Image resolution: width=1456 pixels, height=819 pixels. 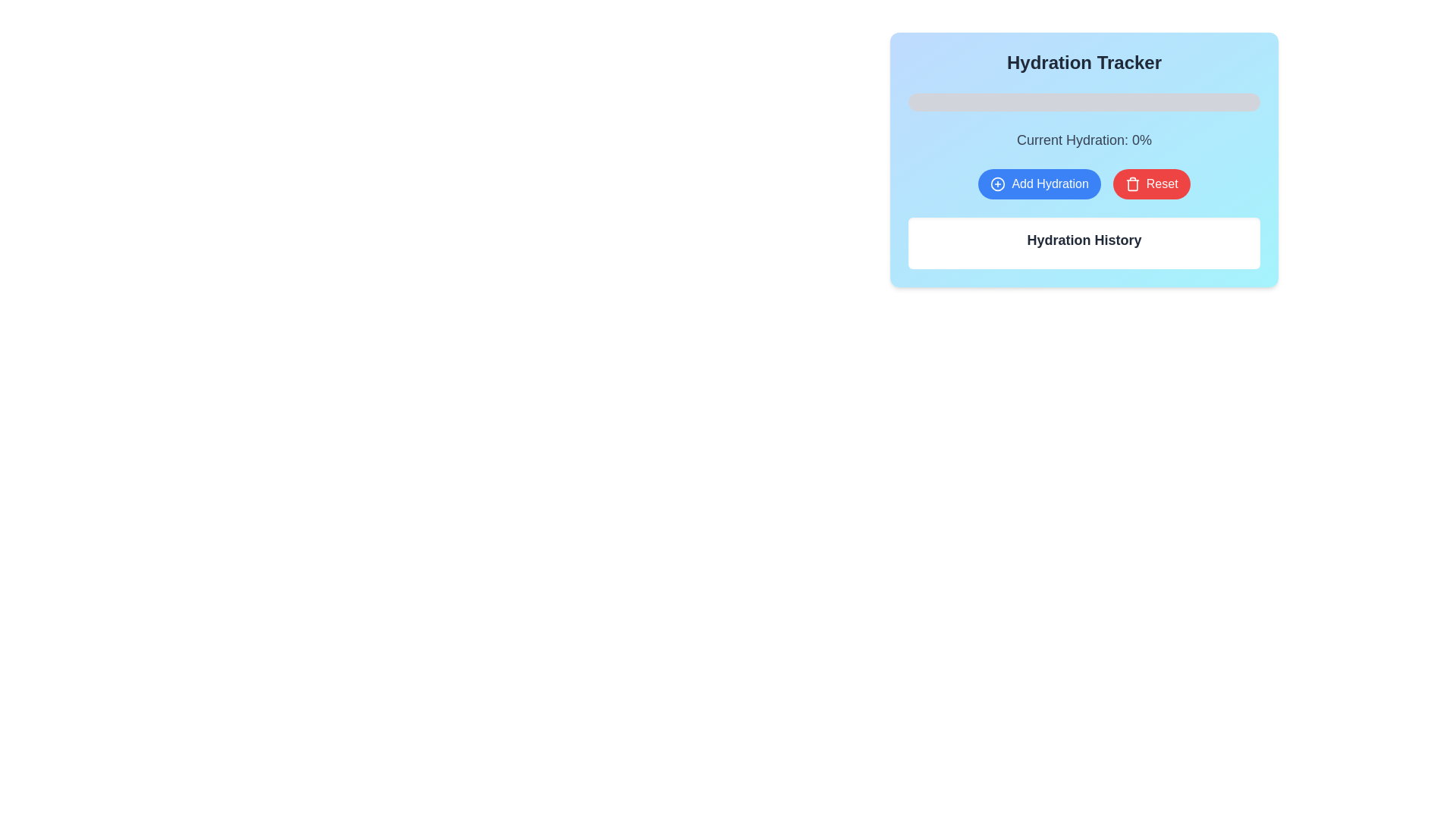 What do you see at coordinates (998, 184) in the screenshot?
I see `the hydration tracking icon located to the left of the 'Add Hydration' text label` at bounding box center [998, 184].